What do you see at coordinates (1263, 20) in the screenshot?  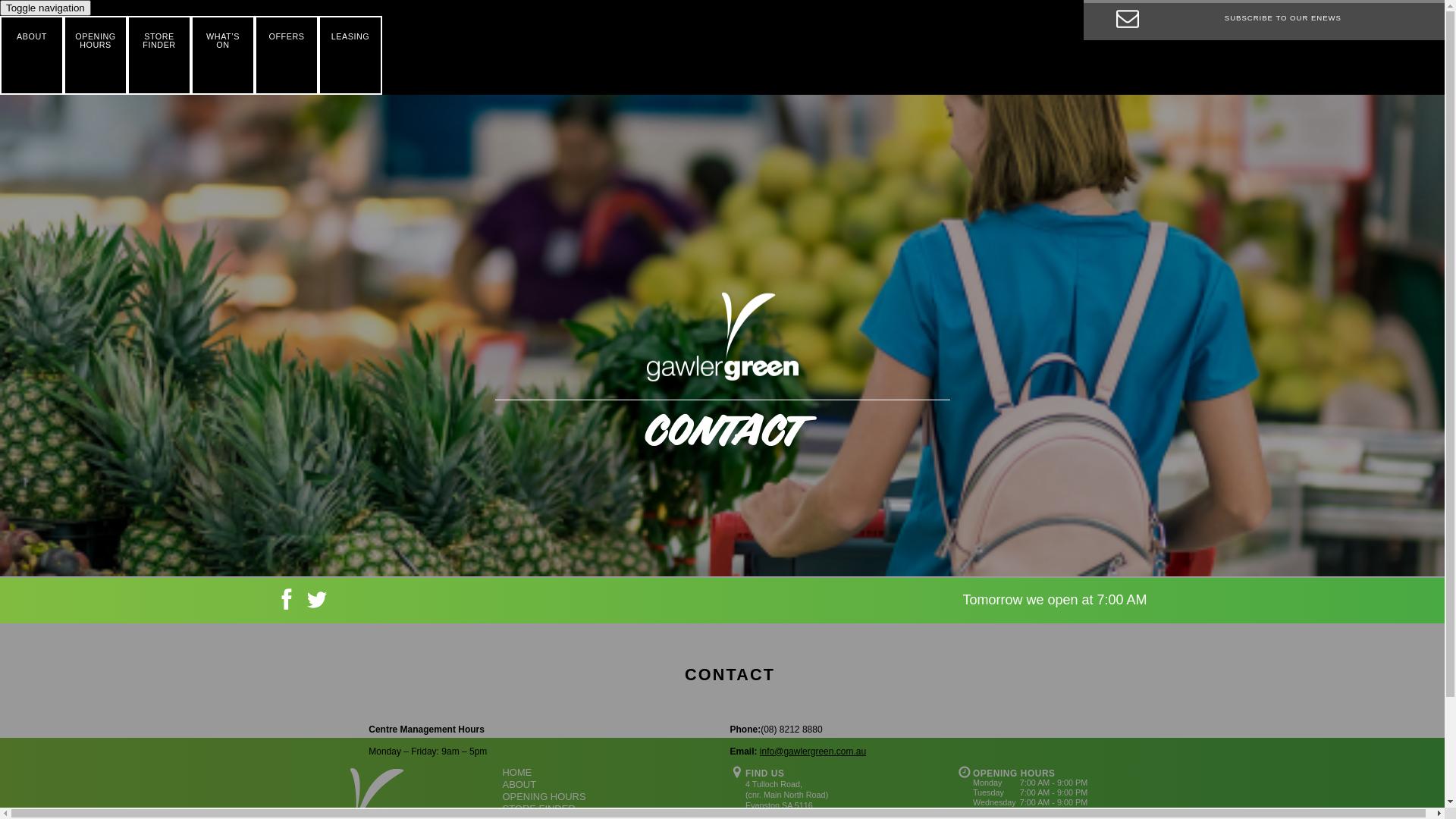 I see `'SUBSCRIBE TO OUR ENEWS'` at bounding box center [1263, 20].